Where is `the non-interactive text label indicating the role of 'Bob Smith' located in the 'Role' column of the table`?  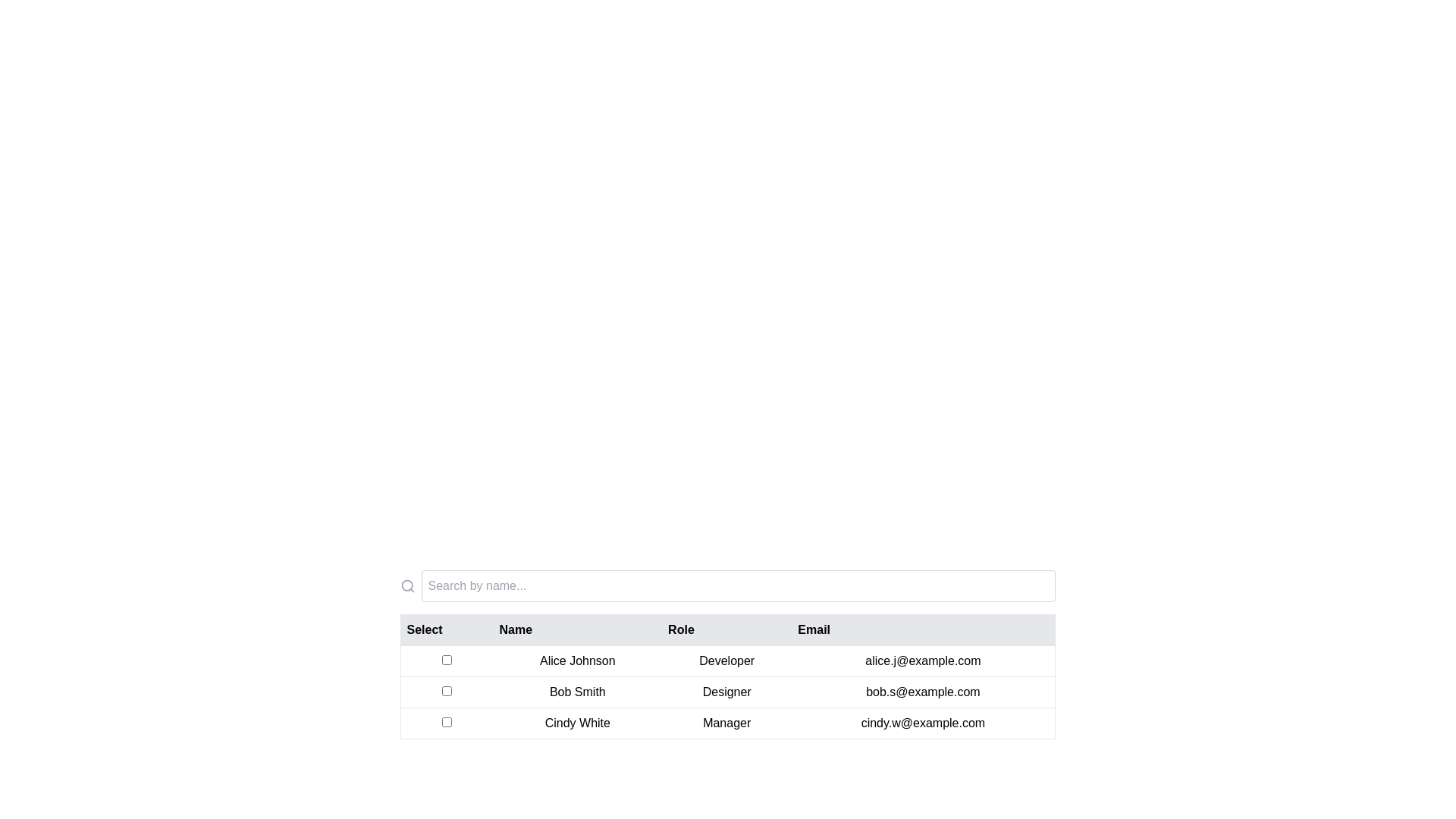 the non-interactive text label indicating the role of 'Bob Smith' located in the 'Role' column of the table is located at coordinates (726, 692).